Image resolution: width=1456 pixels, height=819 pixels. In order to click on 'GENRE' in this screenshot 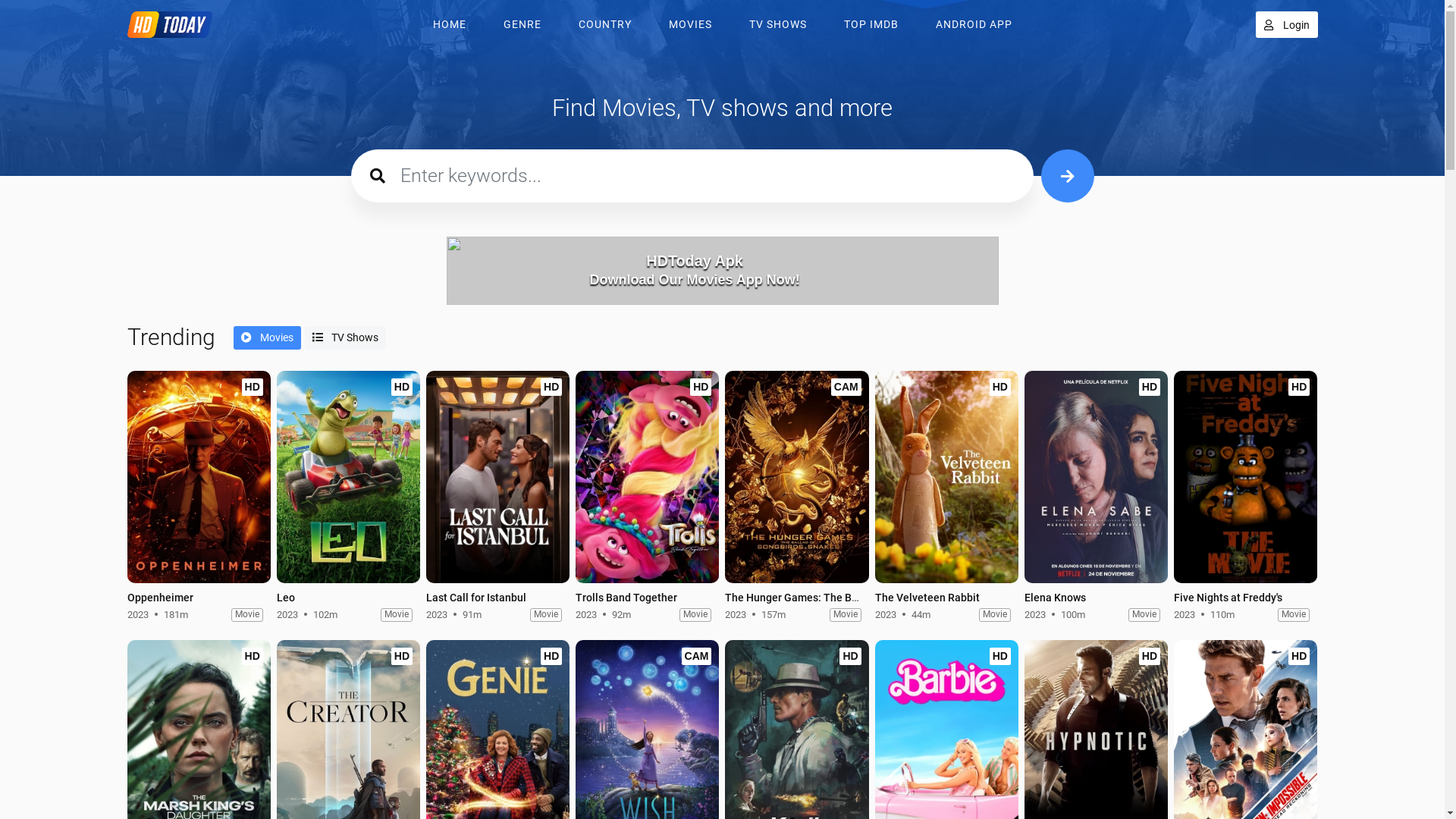, I will do `click(522, 24)`.